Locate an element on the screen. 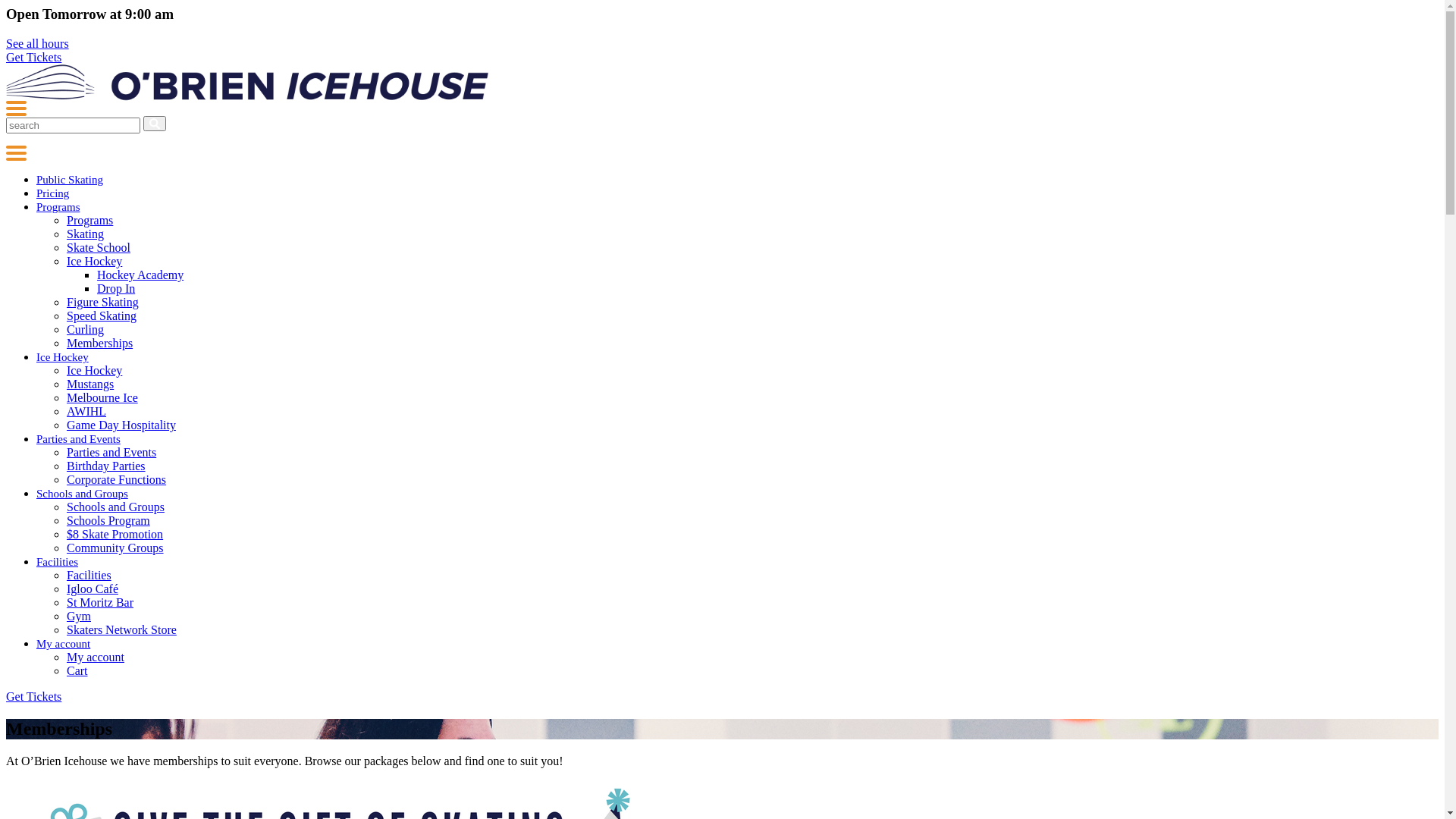  'Get Tickets' is located at coordinates (33, 56).